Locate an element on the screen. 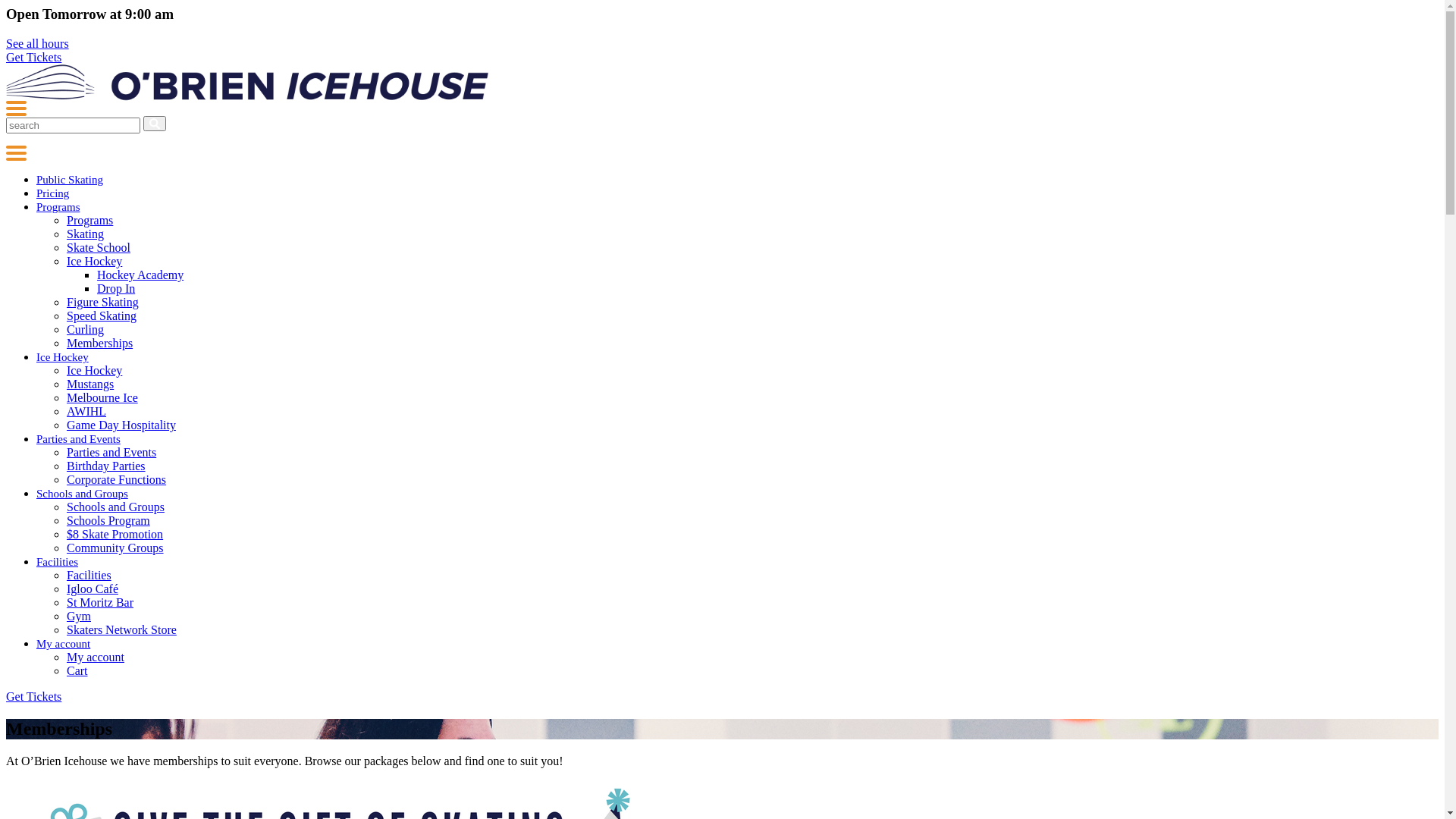  'Get Tickets' is located at coordinates (33, 56).